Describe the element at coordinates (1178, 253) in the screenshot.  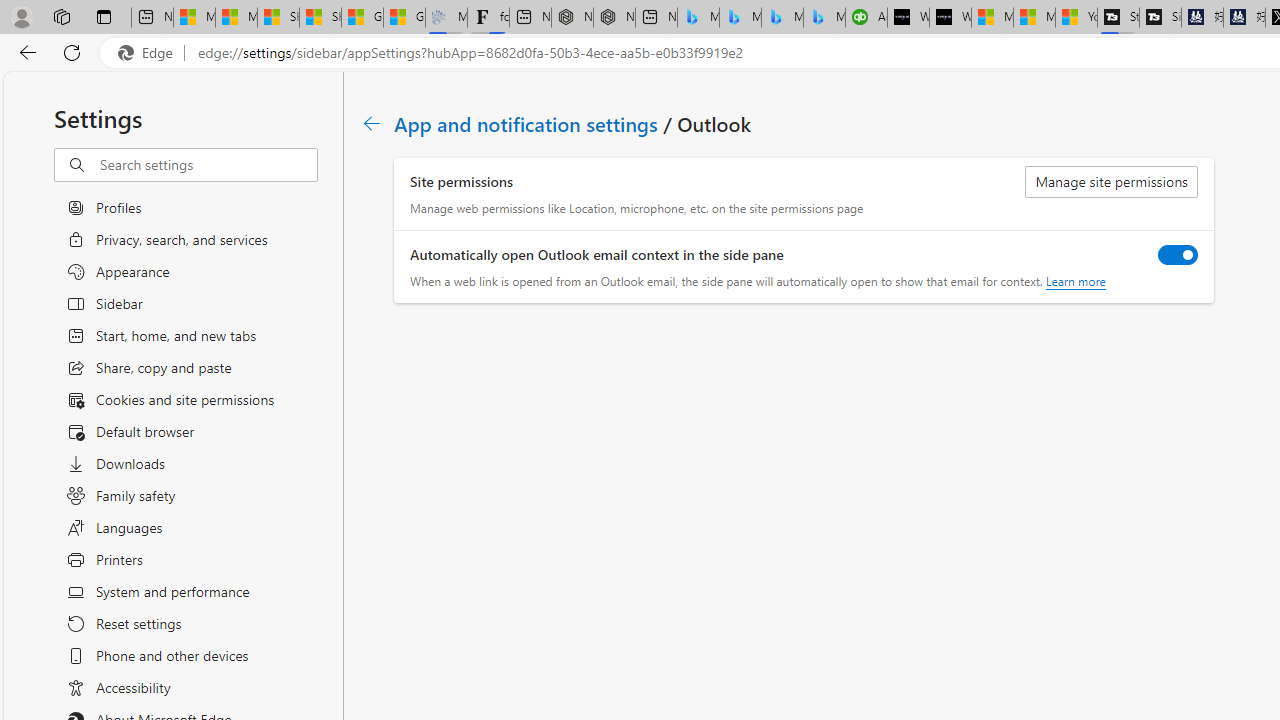
I see `'Automatically open Outlook email context in the side pane'` at that location.